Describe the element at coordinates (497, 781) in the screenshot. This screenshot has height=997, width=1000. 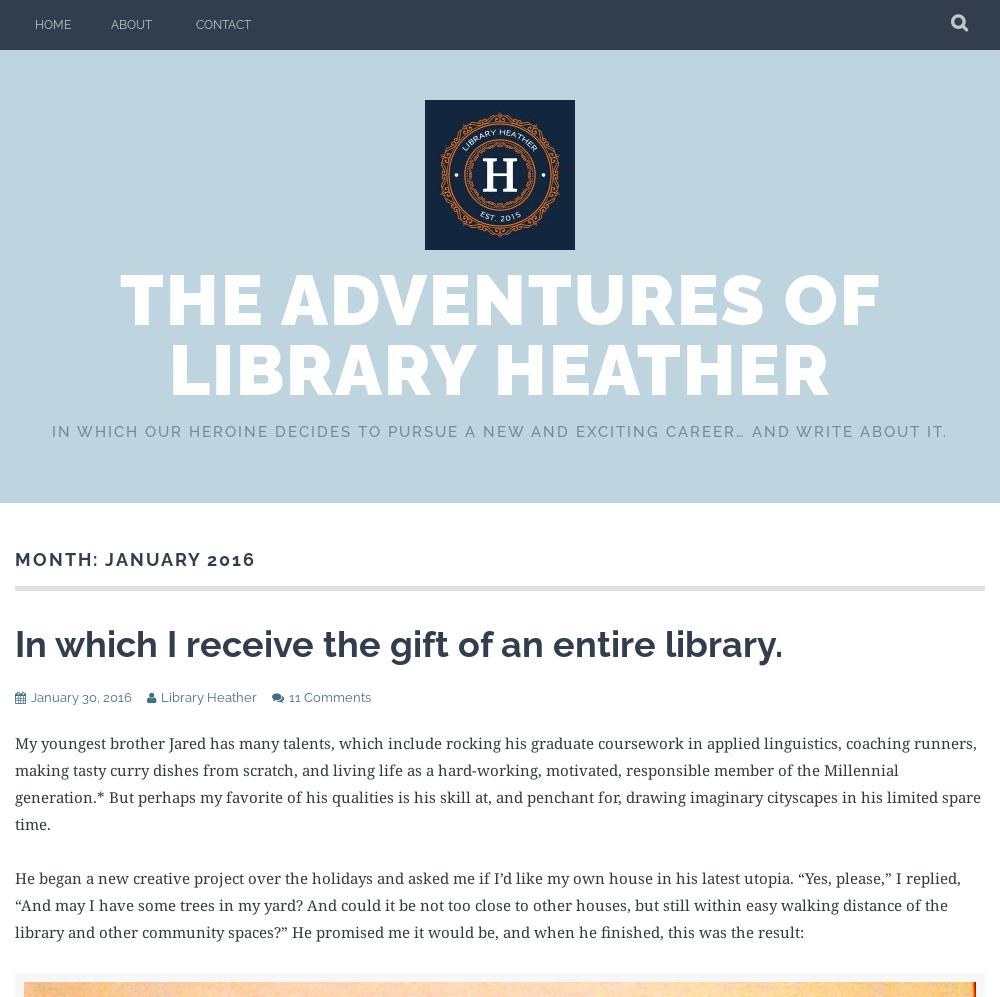
I see `'My youngest brother Jared has many talents, which include rocking his graduate coursework in applied linguistics, coaching runners, making tasty curry dishes from scratch, and living life as a hard-working, motivated, responsible member of the Millennial generation.* But perhaps my favorite of his qualities is his skill at, and penchant for, drawing imaginary cityscapes in his limited spare time.'` at that location.